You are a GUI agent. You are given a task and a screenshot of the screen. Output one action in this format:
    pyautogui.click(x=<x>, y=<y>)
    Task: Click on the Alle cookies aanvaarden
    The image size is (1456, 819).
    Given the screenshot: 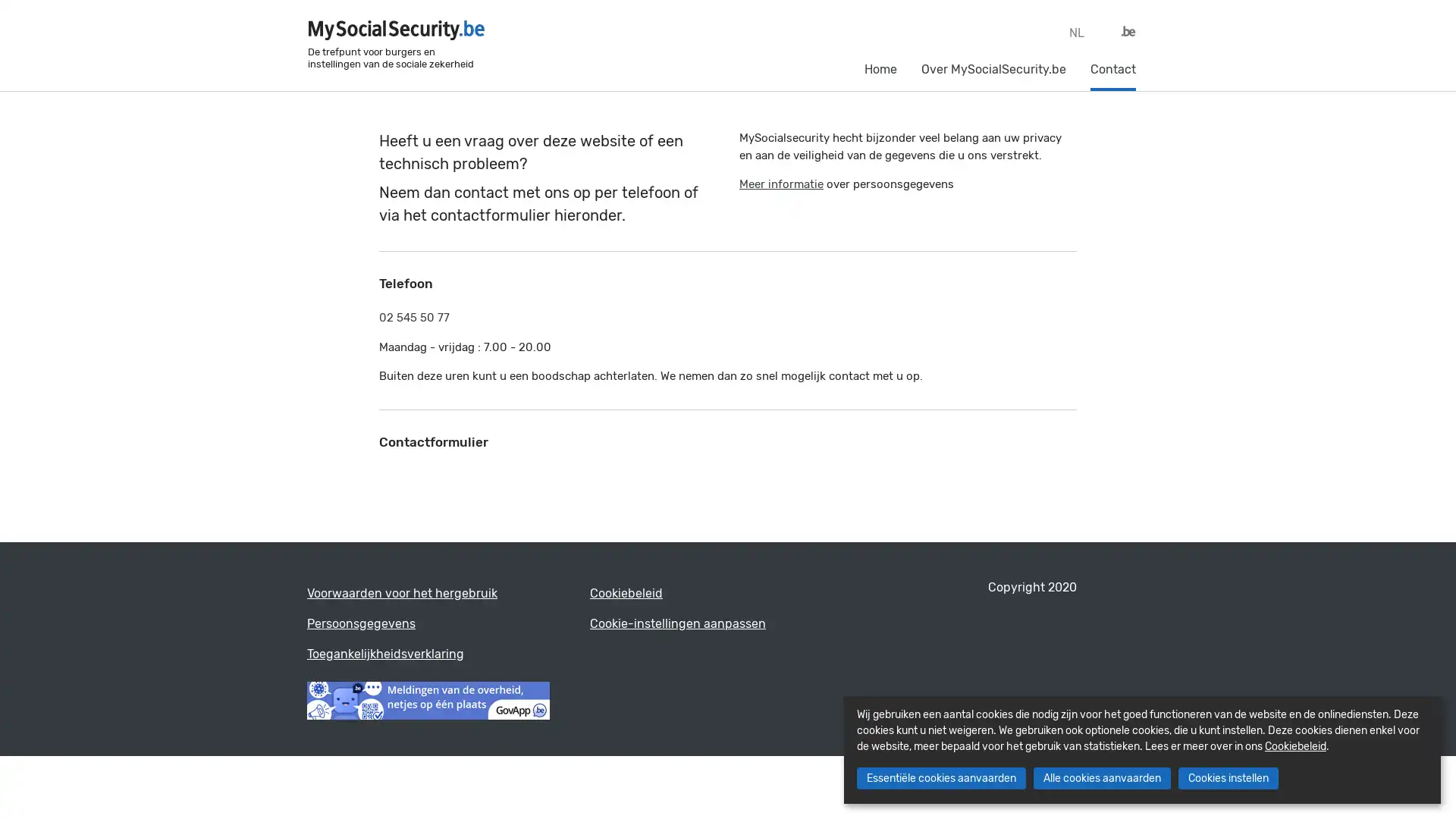 What is the action you would take?
    pyautogui.click(x=1101, y=778)
    